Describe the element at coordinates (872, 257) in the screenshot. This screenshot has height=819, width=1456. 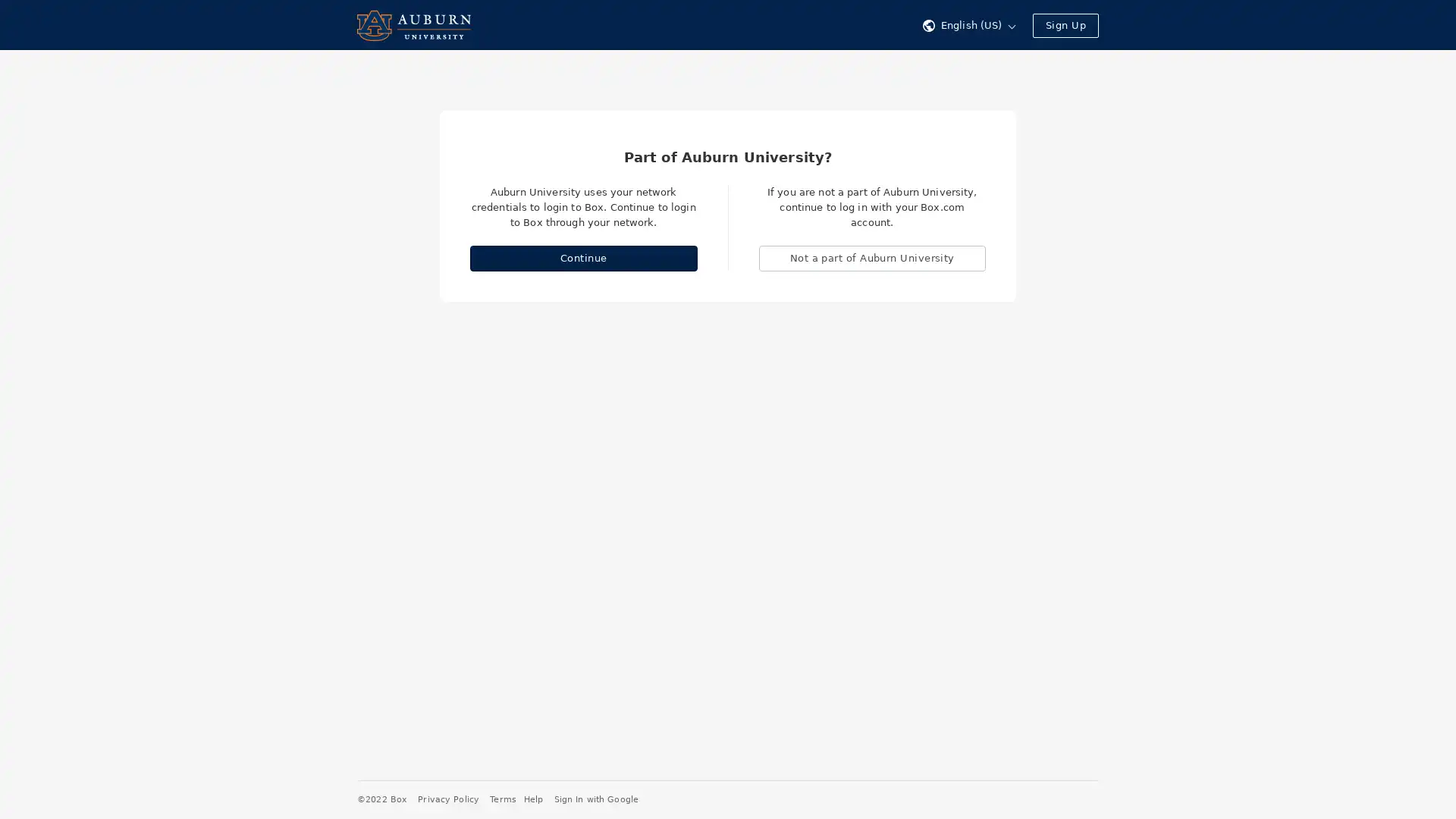
I see `Not a part of Auburn University` at that location.